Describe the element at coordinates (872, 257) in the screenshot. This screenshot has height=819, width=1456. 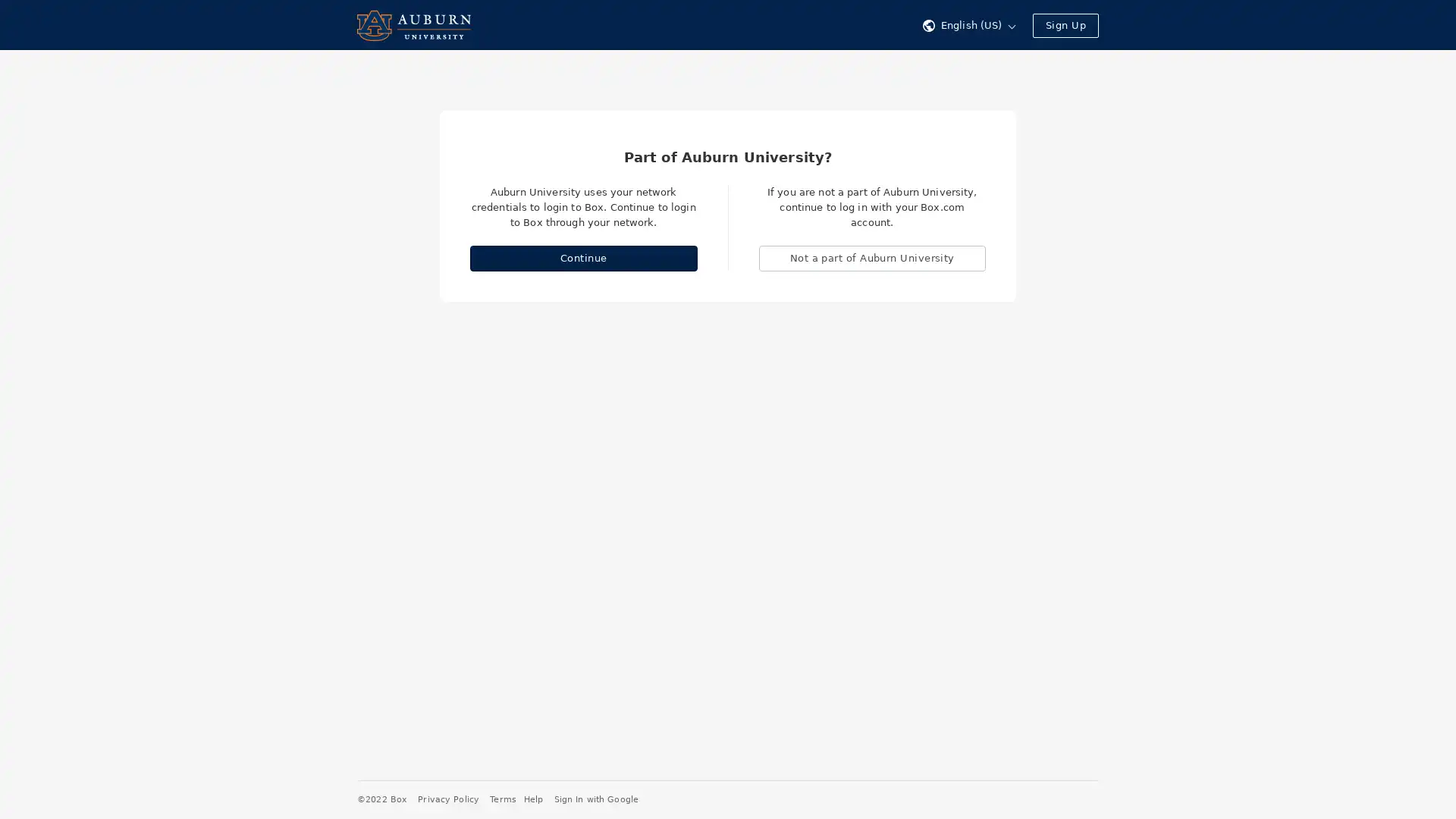
I see `Not a part of Auburn University` at that location.